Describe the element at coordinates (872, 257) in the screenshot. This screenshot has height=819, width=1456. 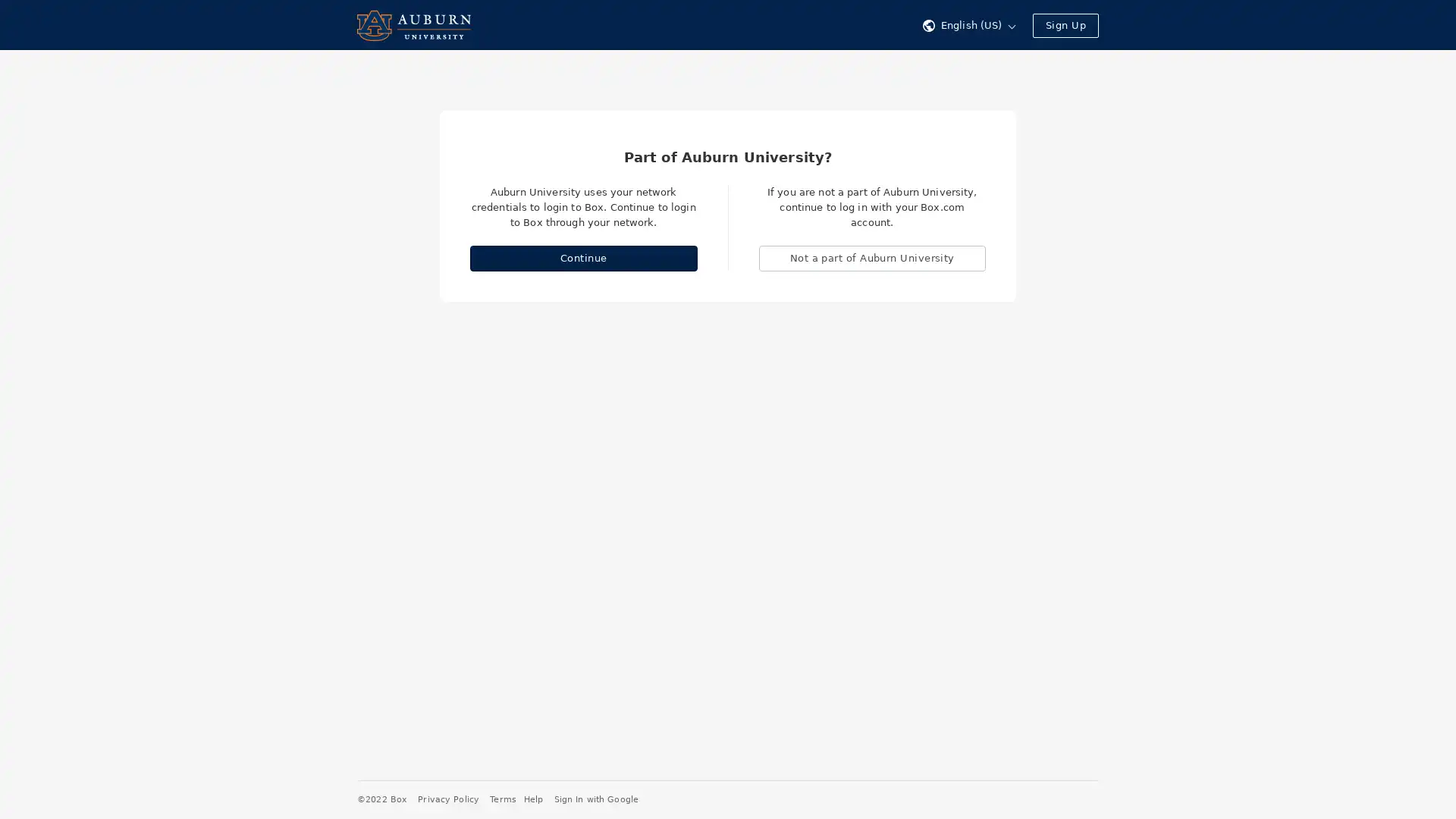
I see `Not a part of Auburn University` at that location.